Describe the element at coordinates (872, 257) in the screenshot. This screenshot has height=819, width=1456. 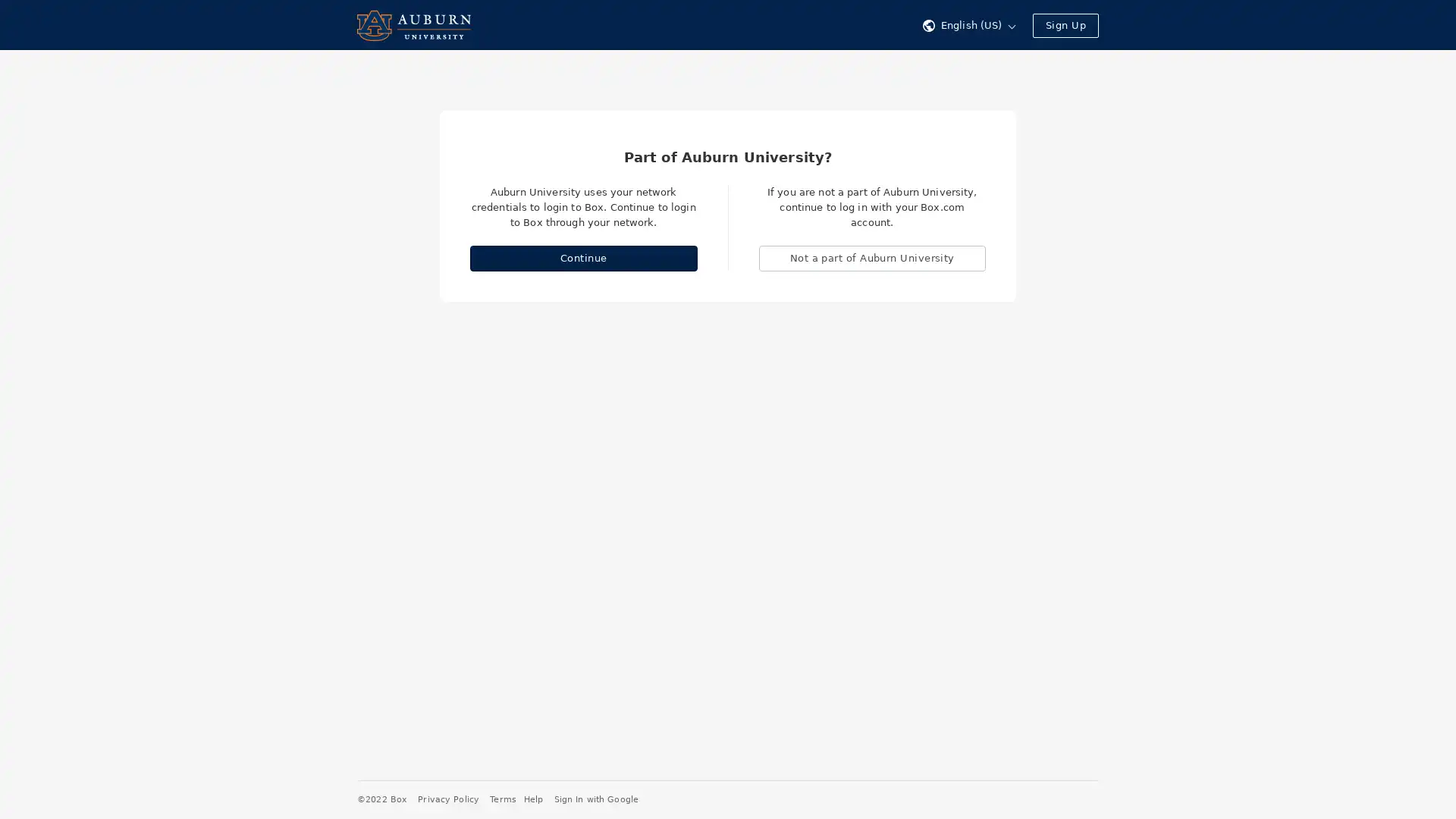
I see `Not a part of Auburn University` at that location.